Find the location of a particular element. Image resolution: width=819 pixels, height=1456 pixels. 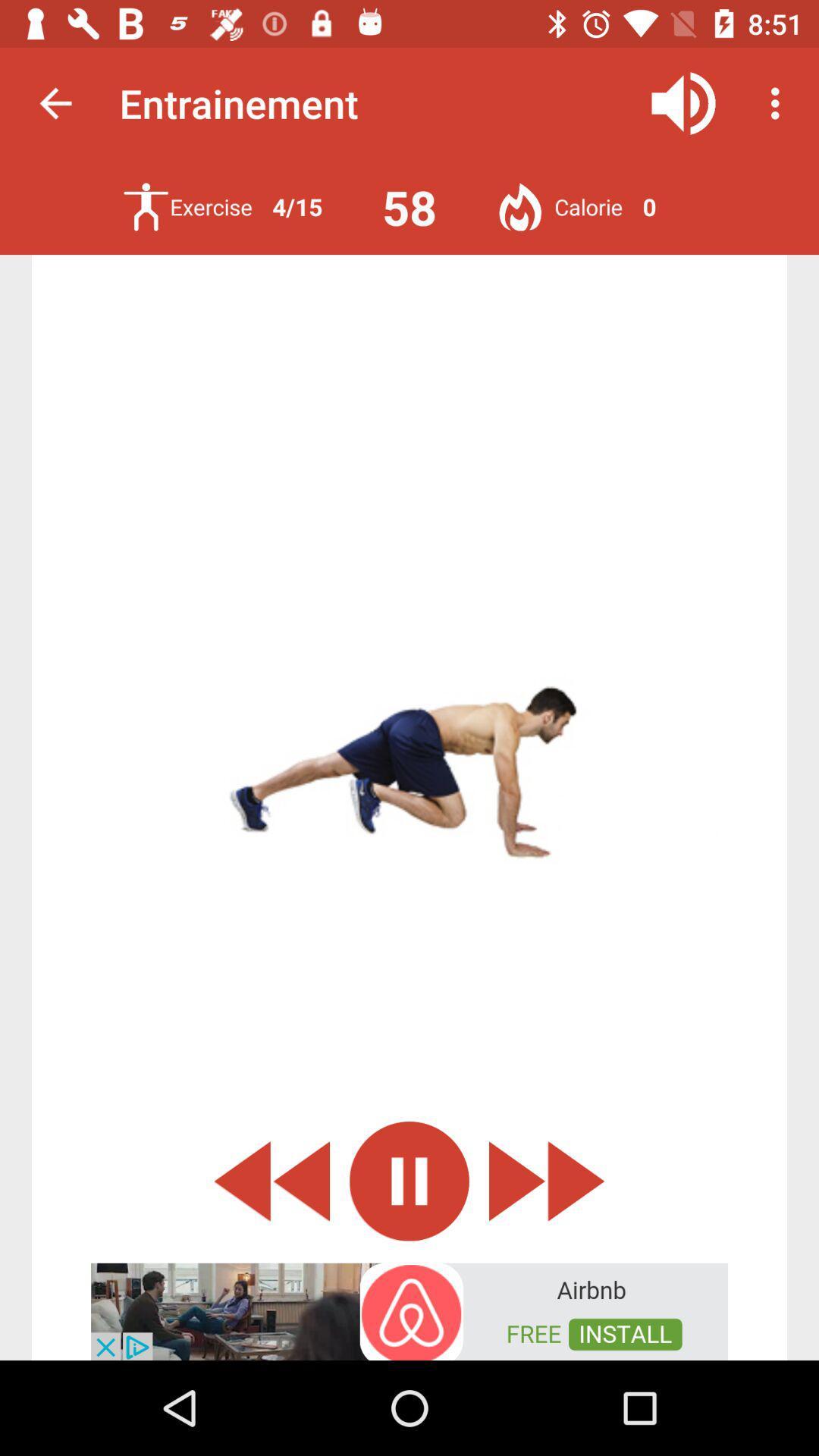

advertisement is located at coordinates (409, 1310).